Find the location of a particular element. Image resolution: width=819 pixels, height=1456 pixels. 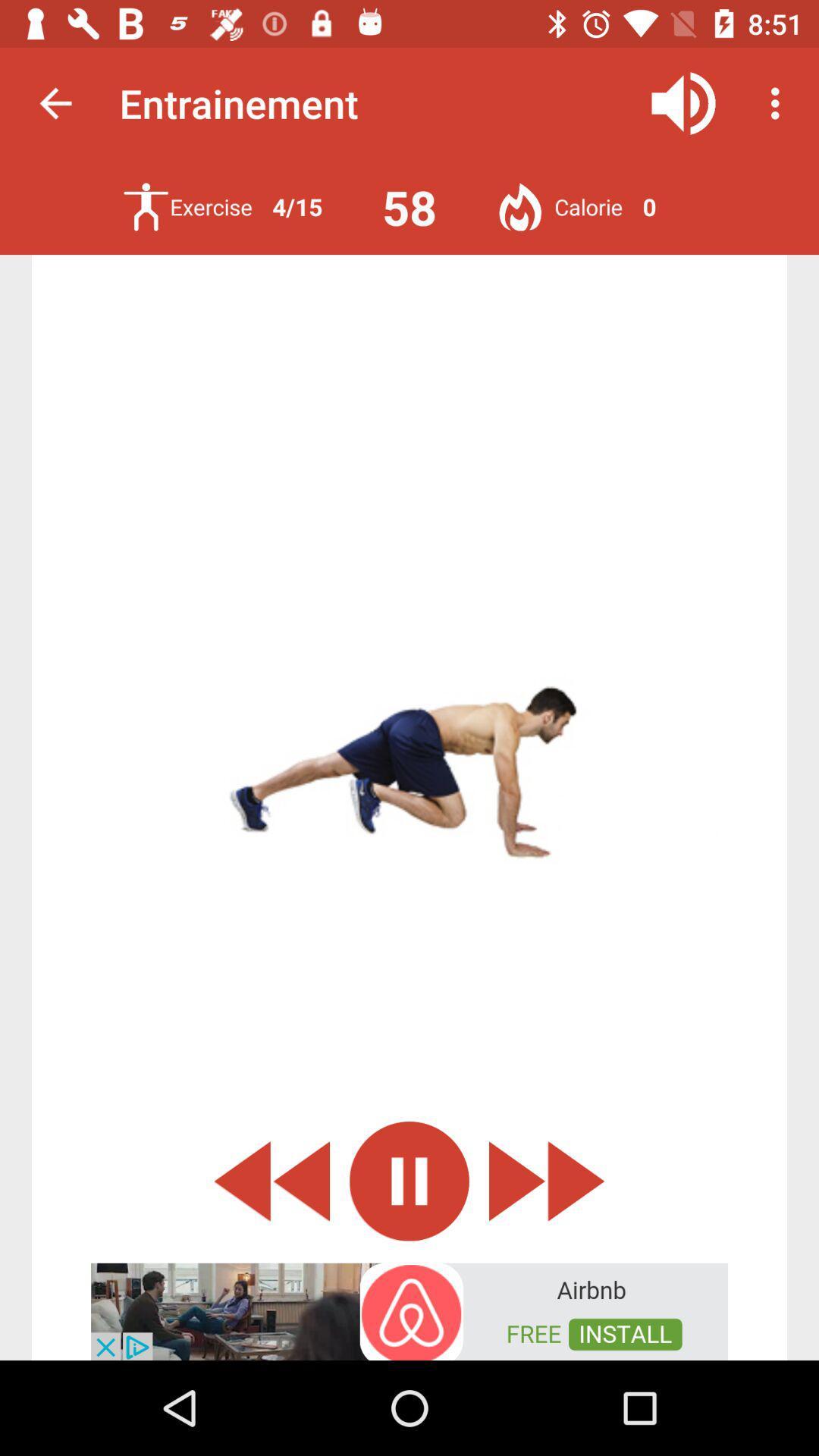

advertisement is located at coordinates (409, 1310).